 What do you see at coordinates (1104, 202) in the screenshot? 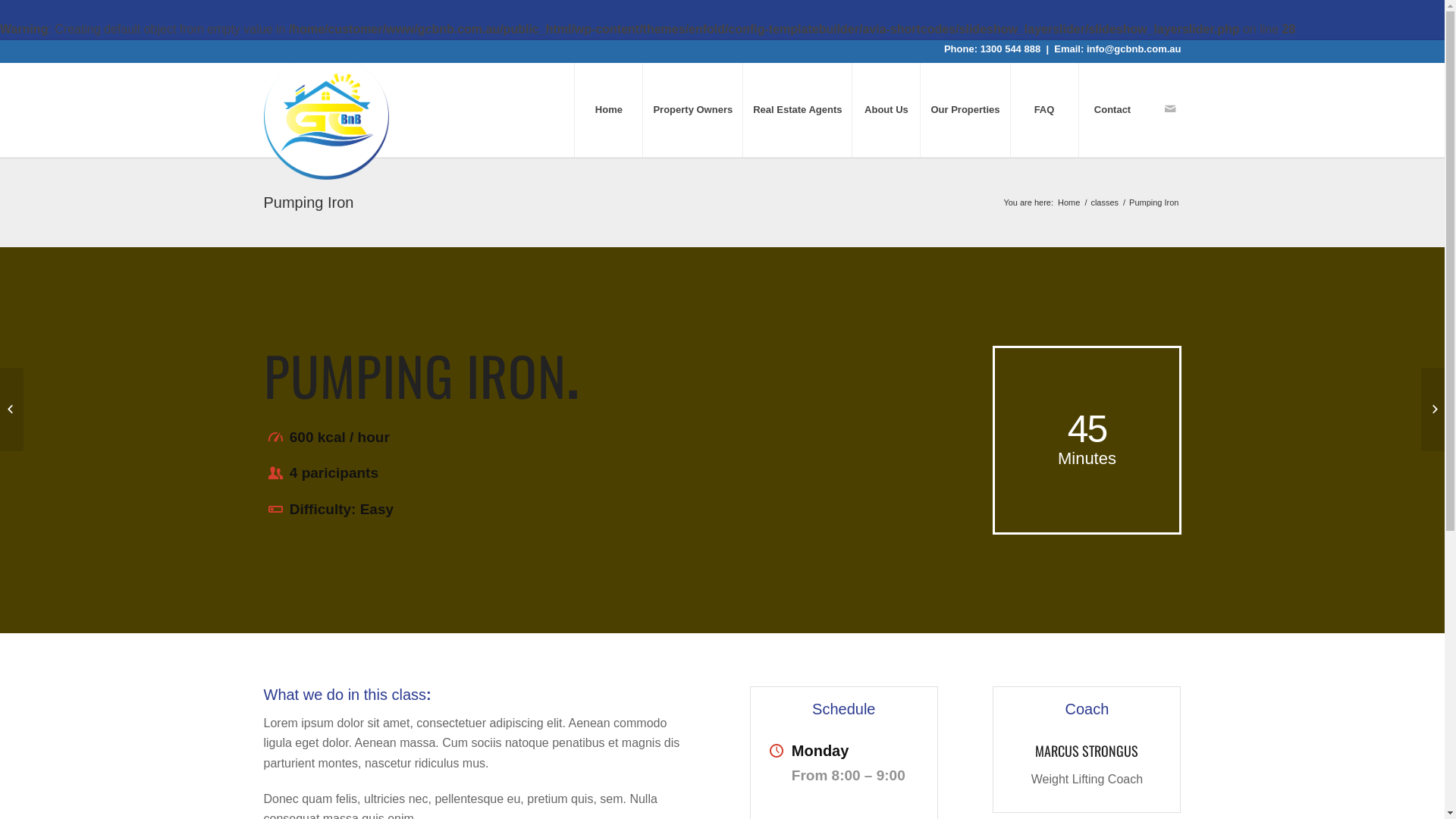
I see `'classes'` at bounding box center [1104, 202].